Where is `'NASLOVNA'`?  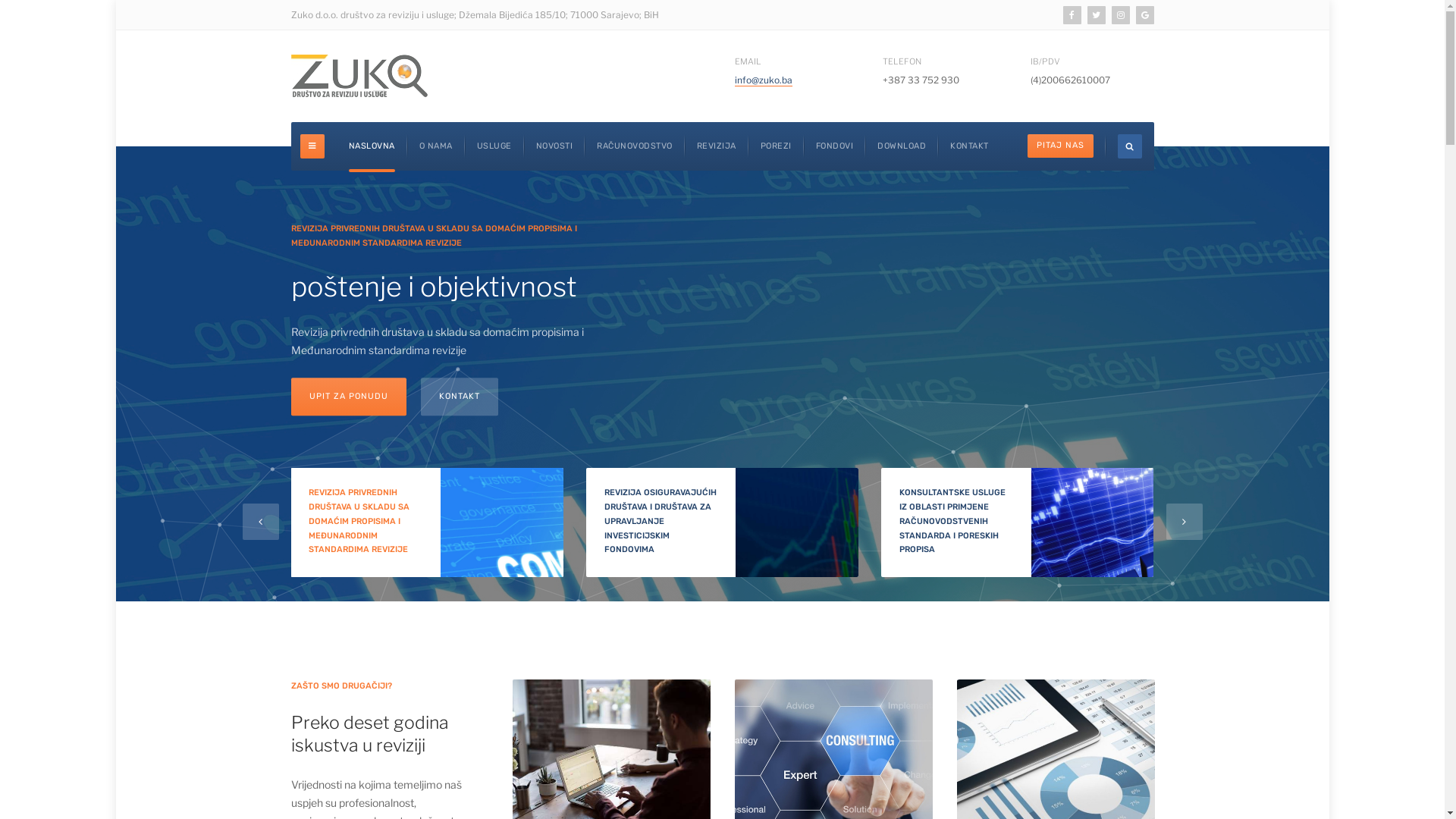 'NASLOVNA' is located at coordinates (348, 146).